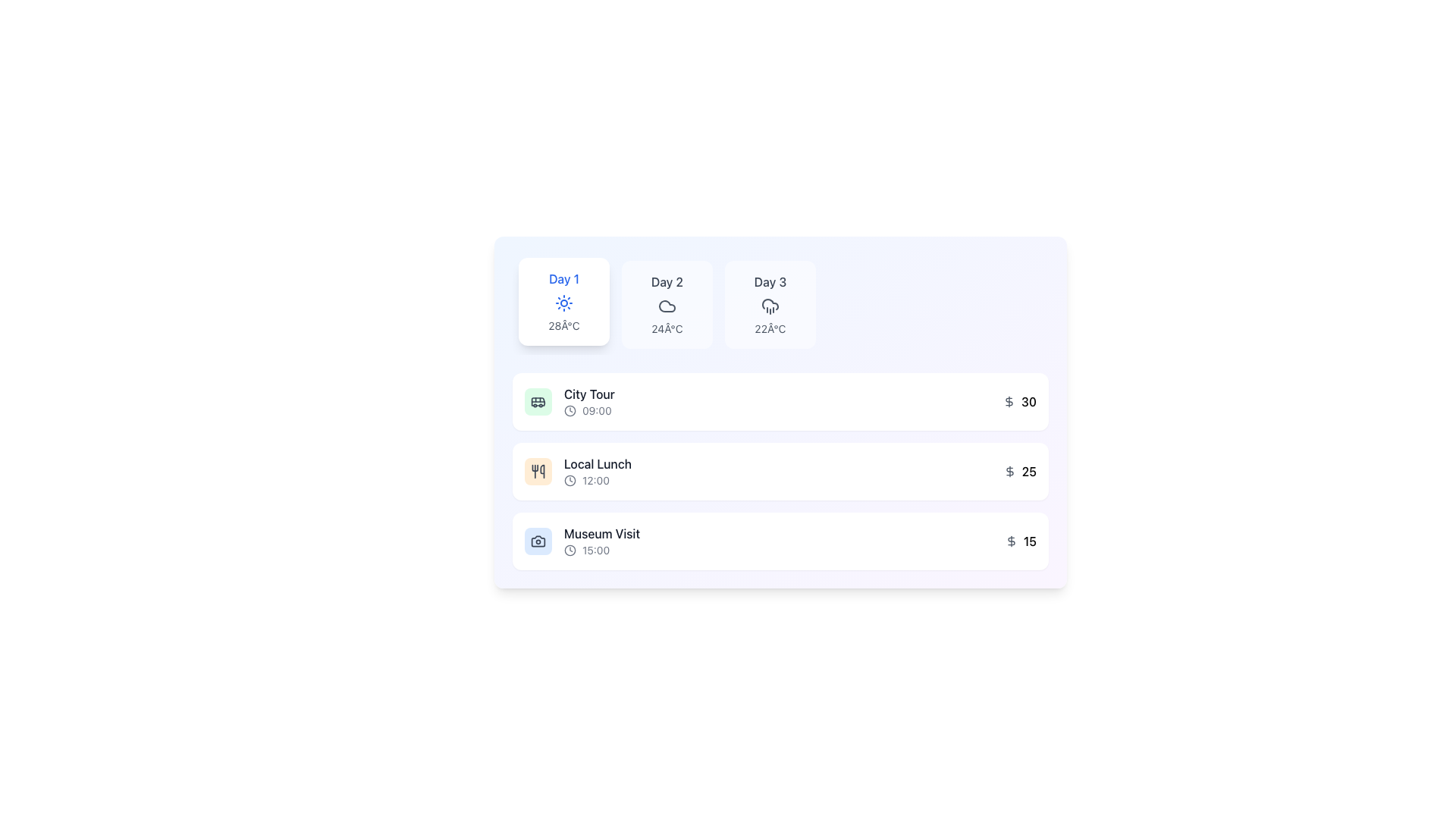 The image size is (1456, 819). What do you see at coordinates (588, 394) in the screenshot?
I see `the 'City Tour' text label in the first row of the activity list under the 'Day 1' section, which provides the title for the activity` at bounding box center [588, 394].